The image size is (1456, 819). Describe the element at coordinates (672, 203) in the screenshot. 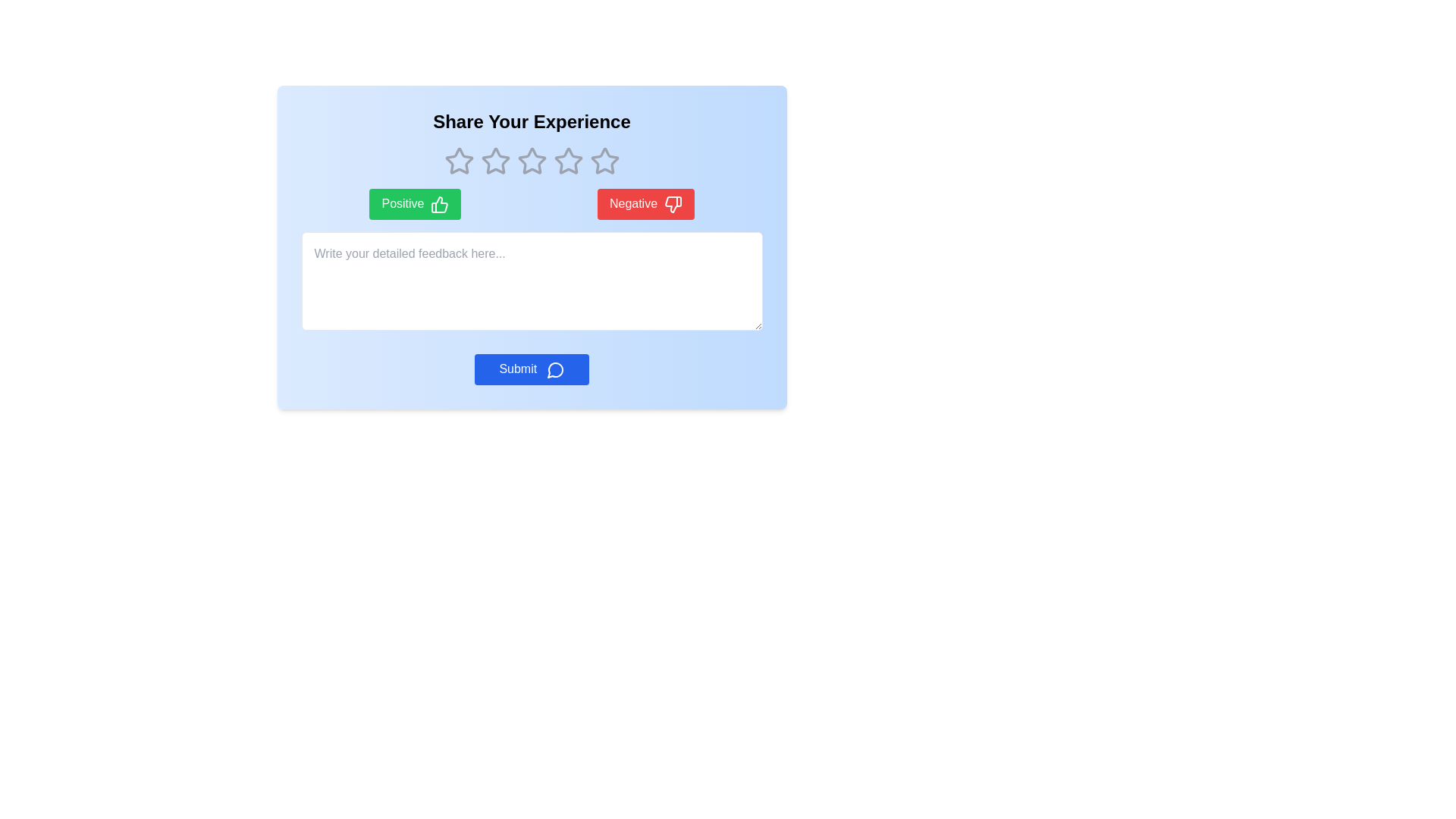

I see `thumbs-down icon graphical component within the 'Negative' feedback button using developer tools` at that location.